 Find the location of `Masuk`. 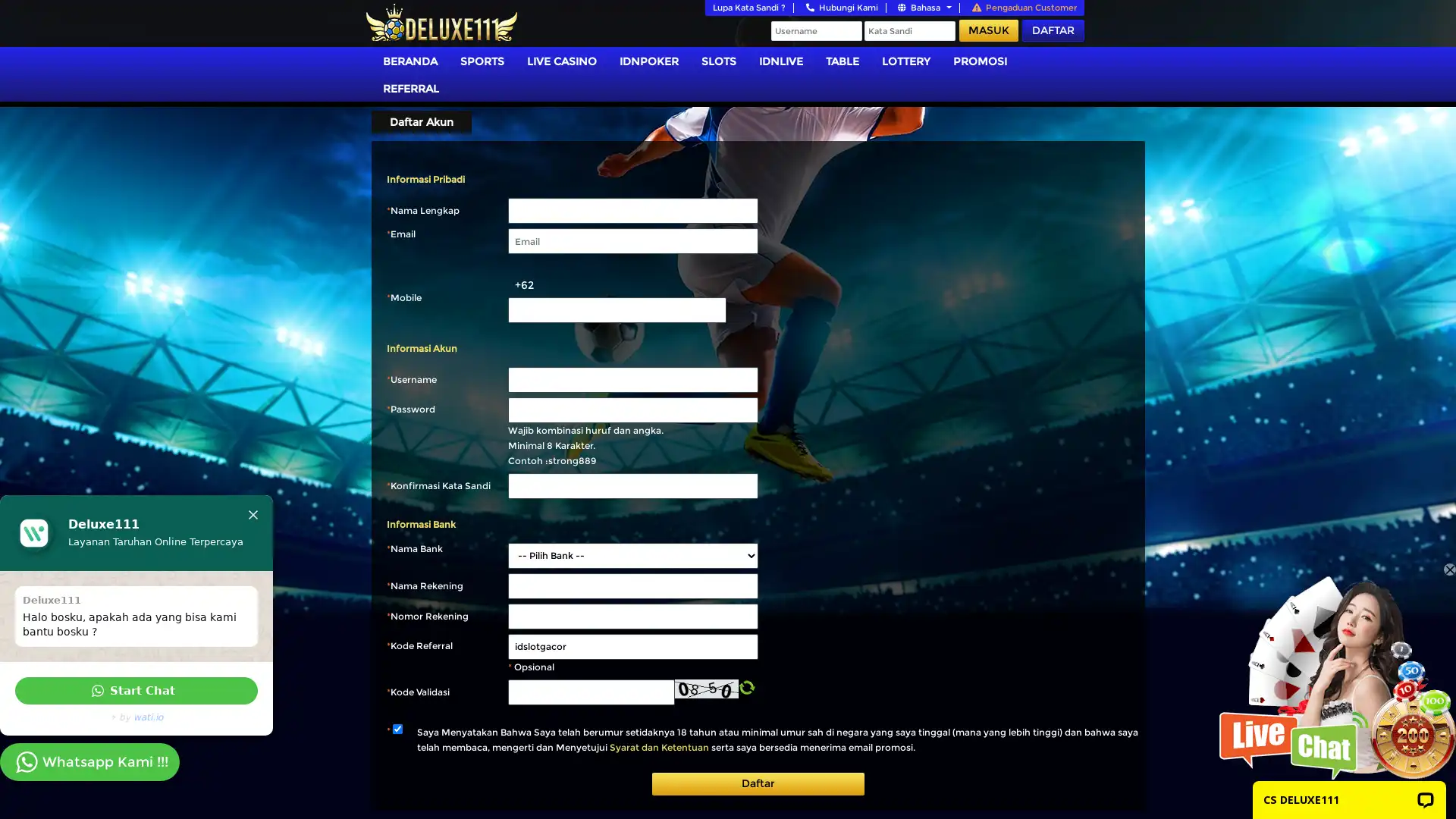

Masuk is located at coordinates (989, 30).